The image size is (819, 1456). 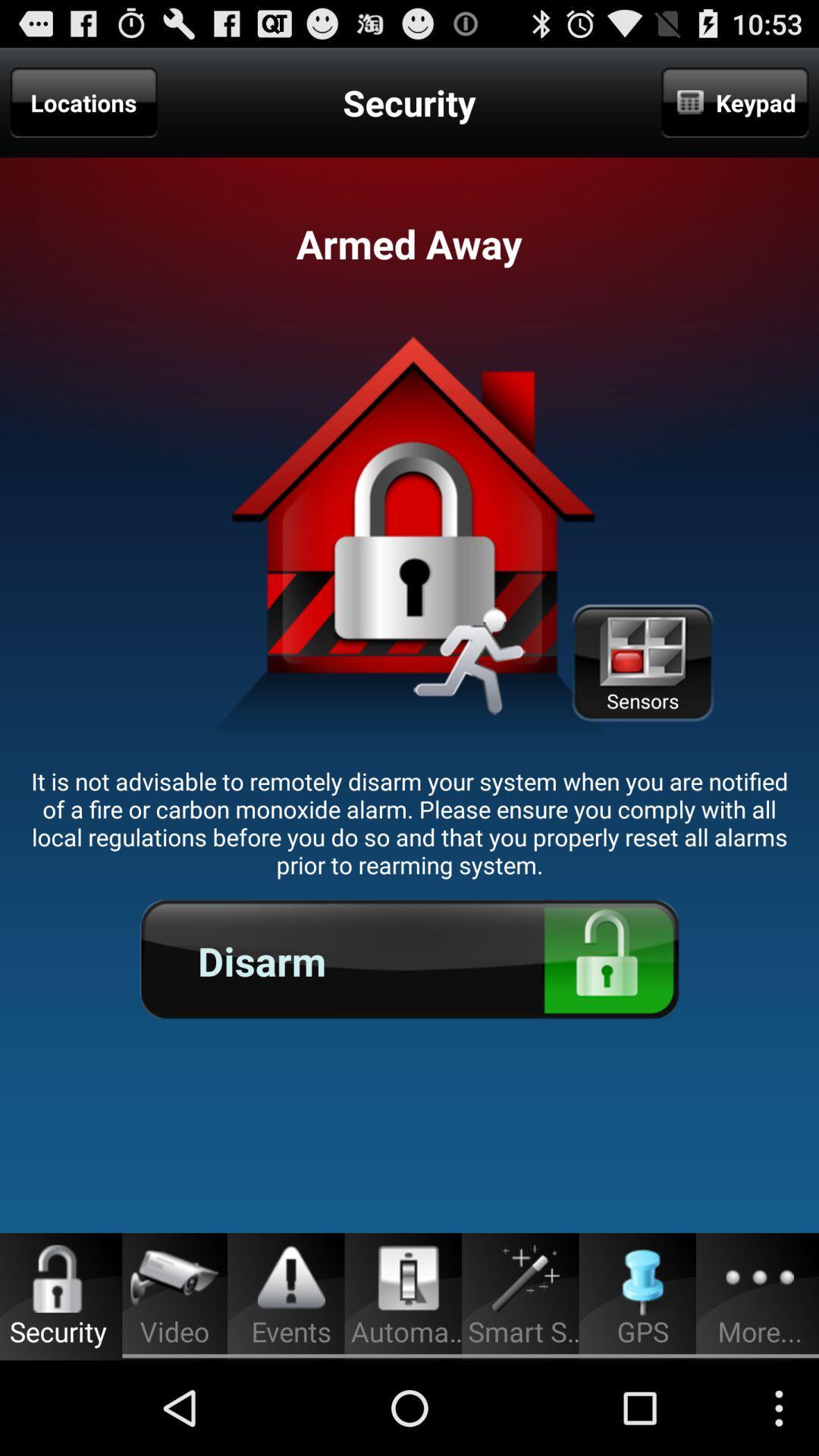 I want to click on the icon next to security app, so click(x=734, y=102).